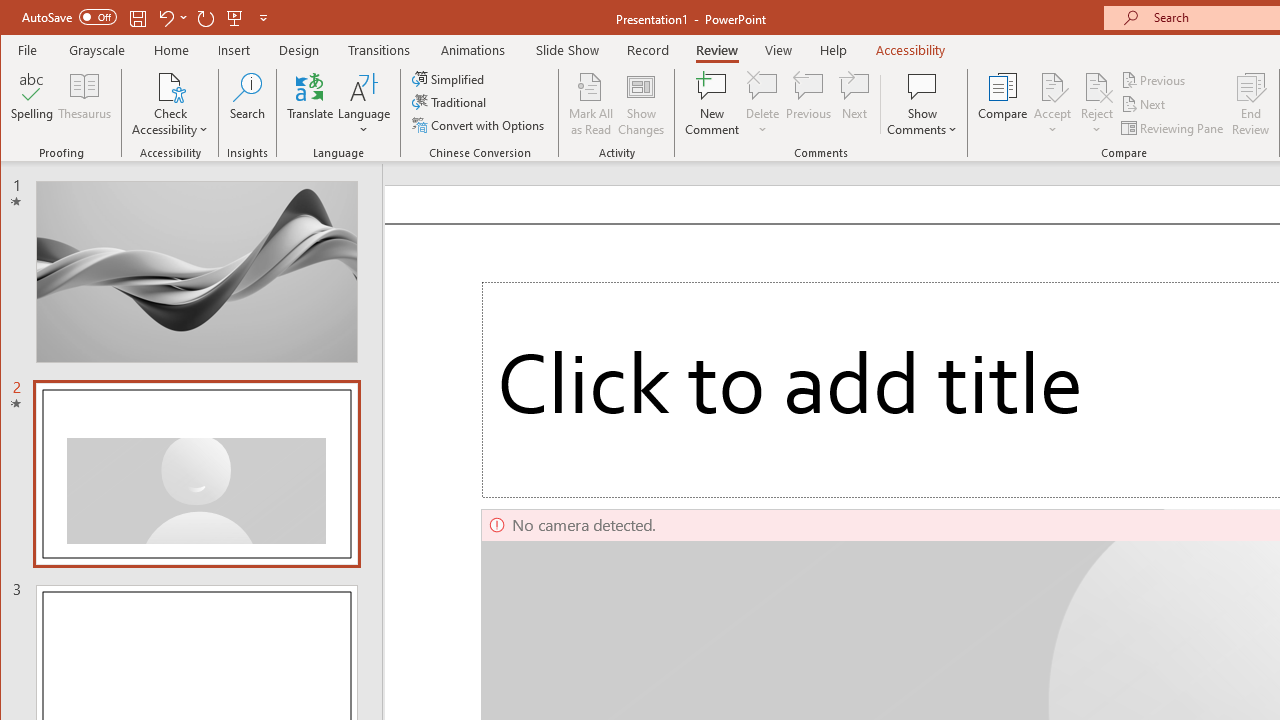  I want to click on 'Compare', so click(1002, 104).